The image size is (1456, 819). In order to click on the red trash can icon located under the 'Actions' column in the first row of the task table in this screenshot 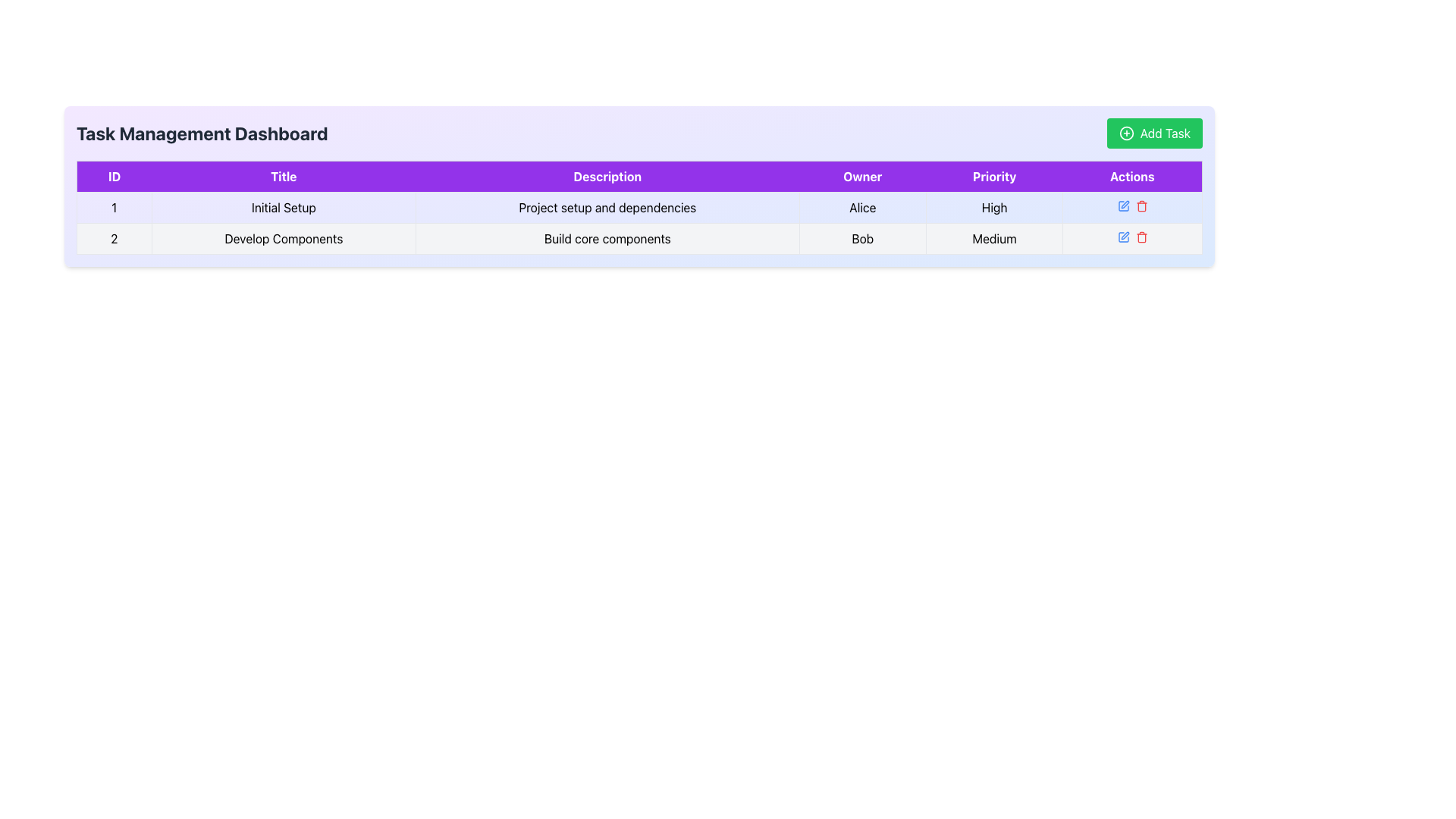, I will do `click(1141, 206)`.